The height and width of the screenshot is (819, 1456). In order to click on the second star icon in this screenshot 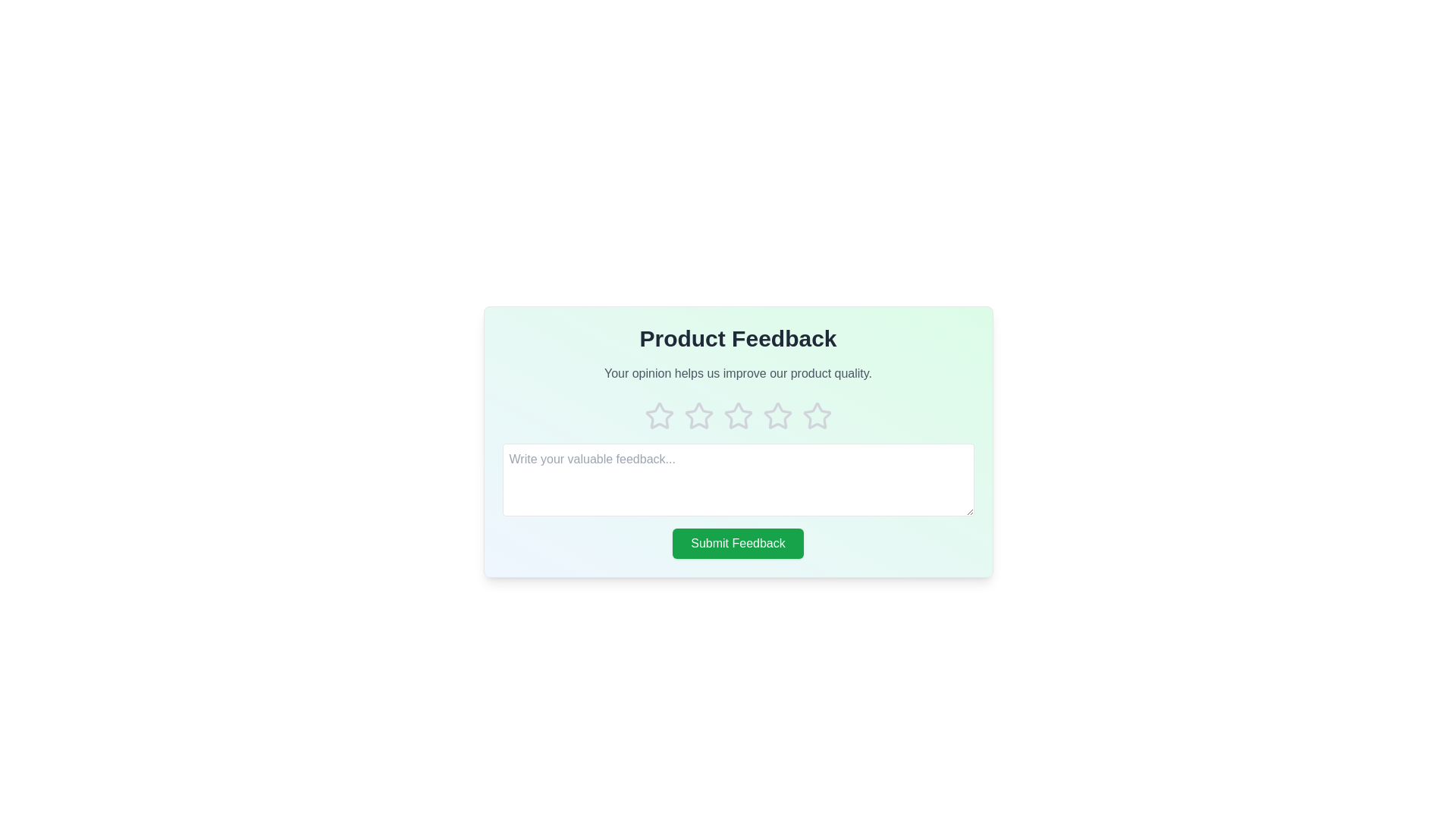, I will do `click(698, 416)`.